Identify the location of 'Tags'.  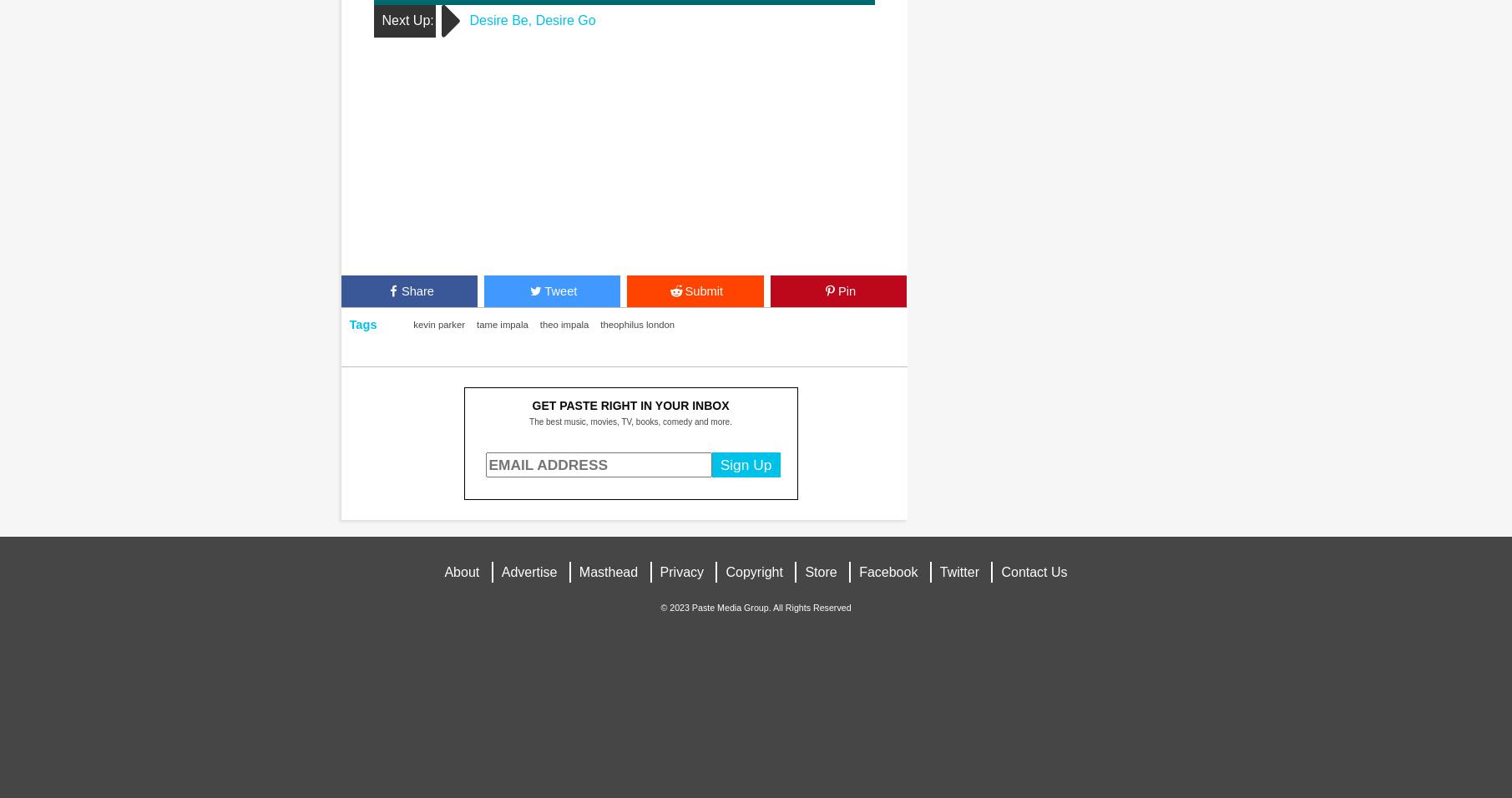
(348, 324).